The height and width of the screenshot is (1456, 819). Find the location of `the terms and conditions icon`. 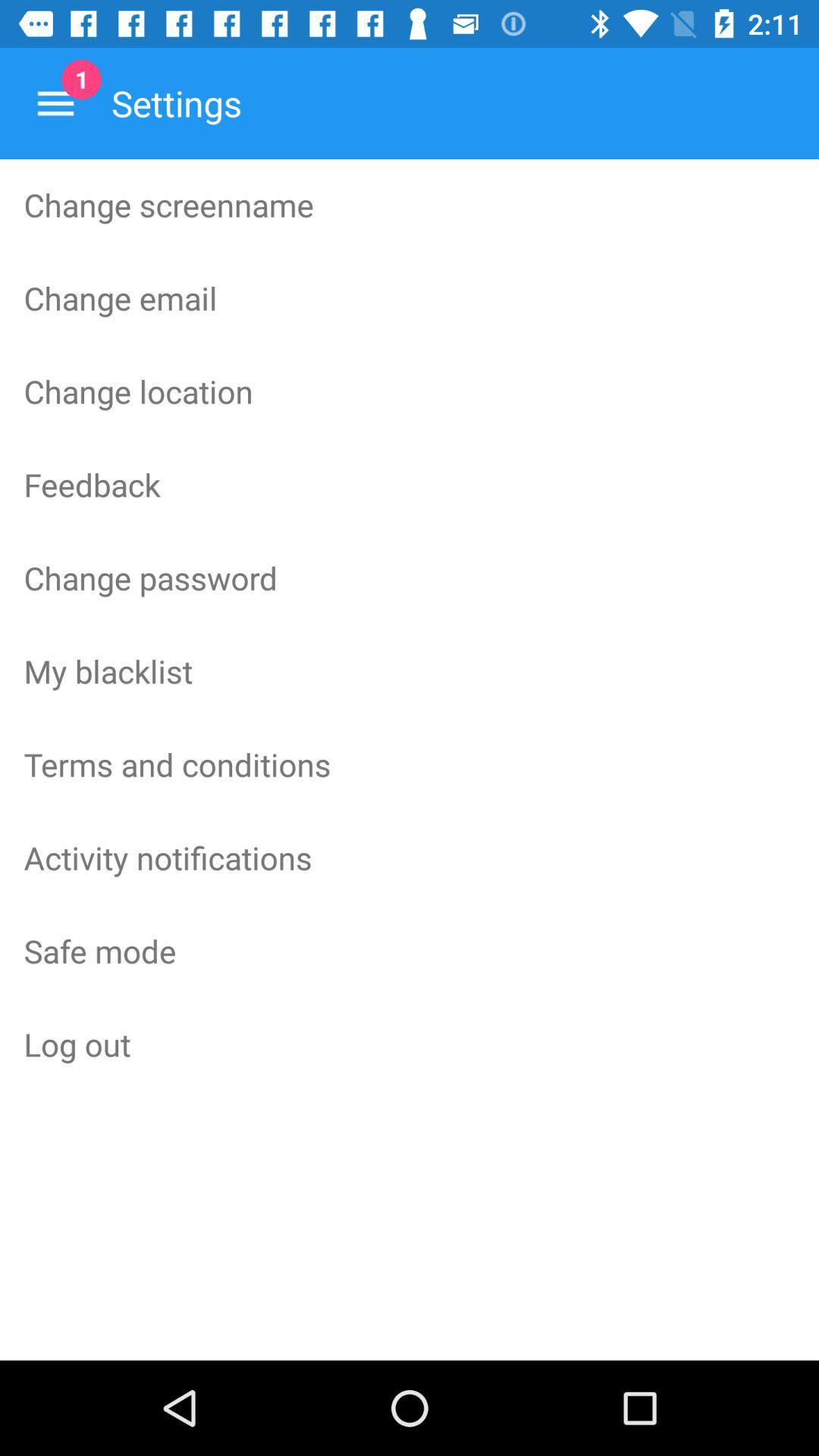

the terms and conditions icon is located at coordinates (409, 764).